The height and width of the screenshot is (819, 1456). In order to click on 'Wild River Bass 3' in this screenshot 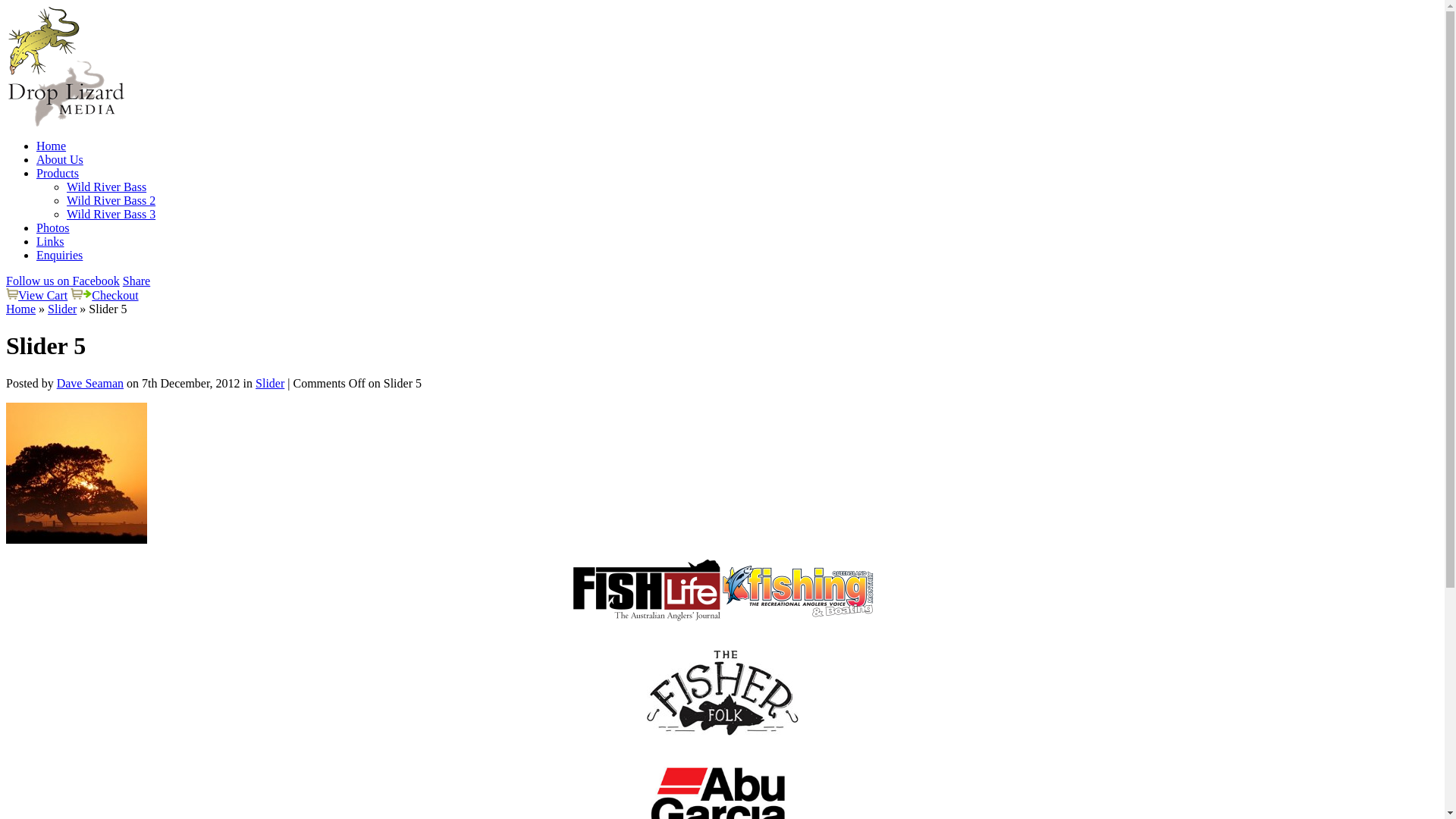, I will do `click(65, 214)`.